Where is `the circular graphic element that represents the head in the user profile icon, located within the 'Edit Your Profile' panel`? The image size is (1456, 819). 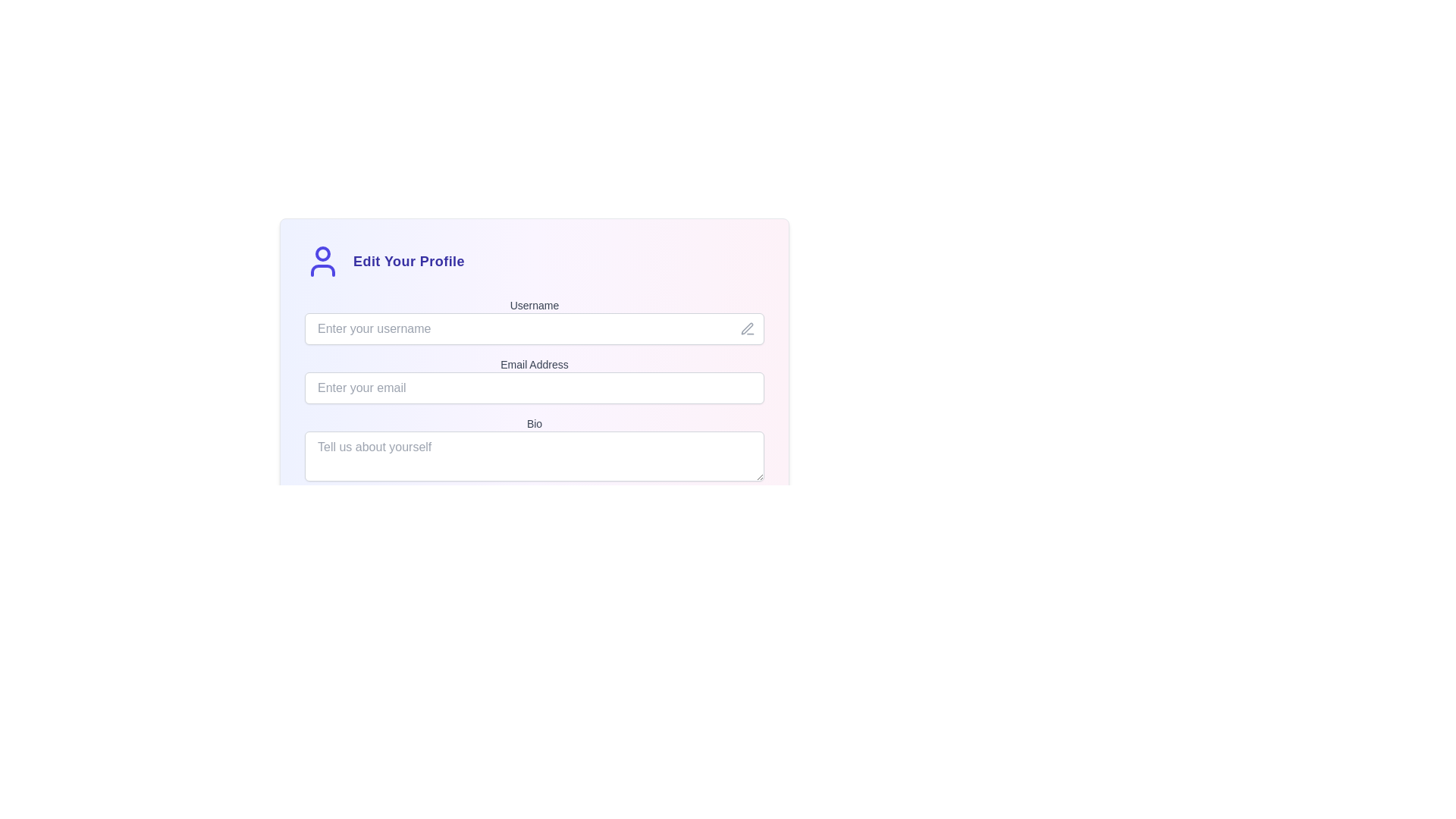 the circular graphic element that represents the head in the user profile icon, located within the 'Edit Your Profile' panel is located at coordinates (322, 253).